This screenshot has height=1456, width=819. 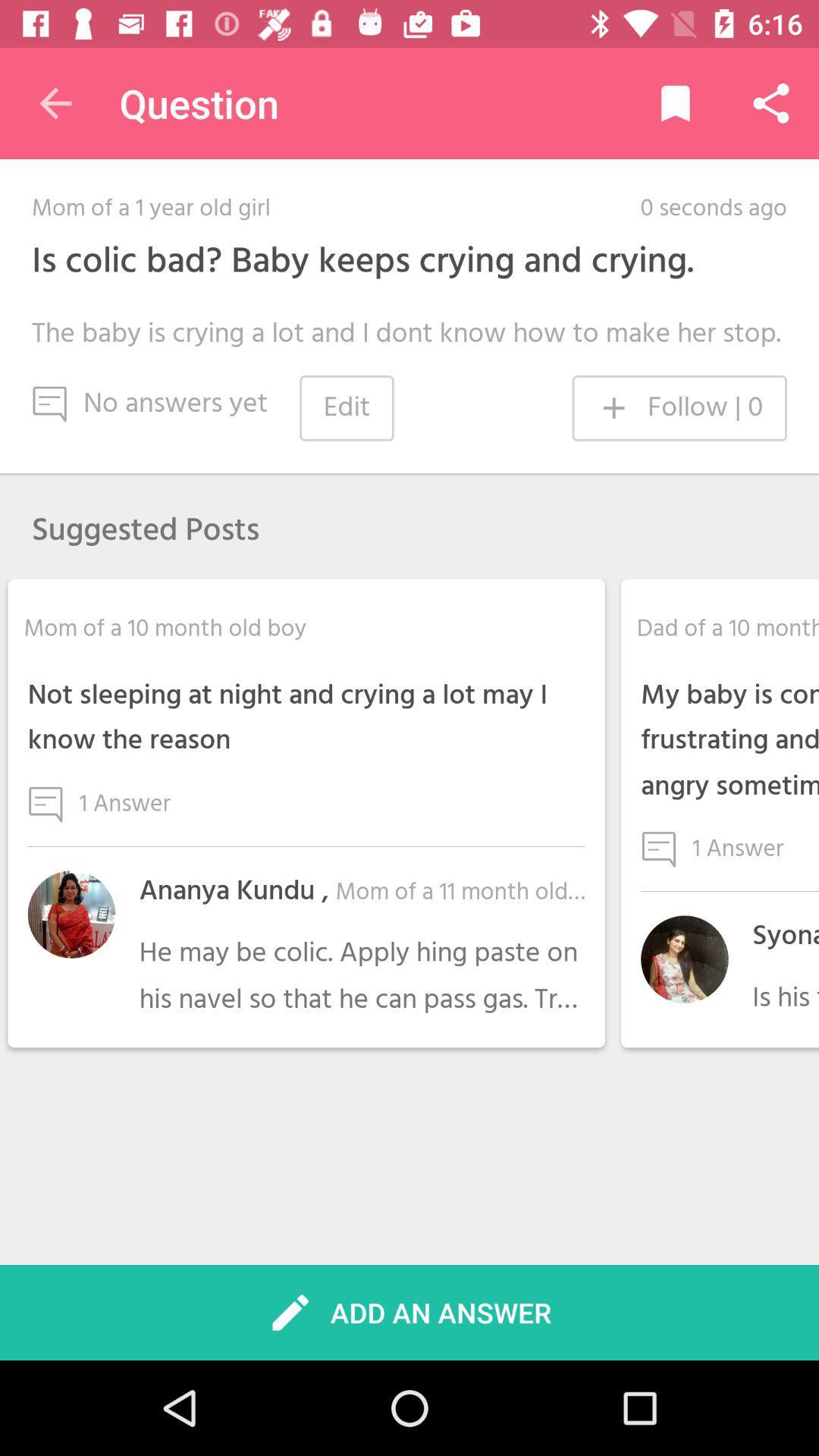 What do you see at coordinates (408, 1312) in the screenshot?
I see `add an answer` at bounding box center [408, 1312].